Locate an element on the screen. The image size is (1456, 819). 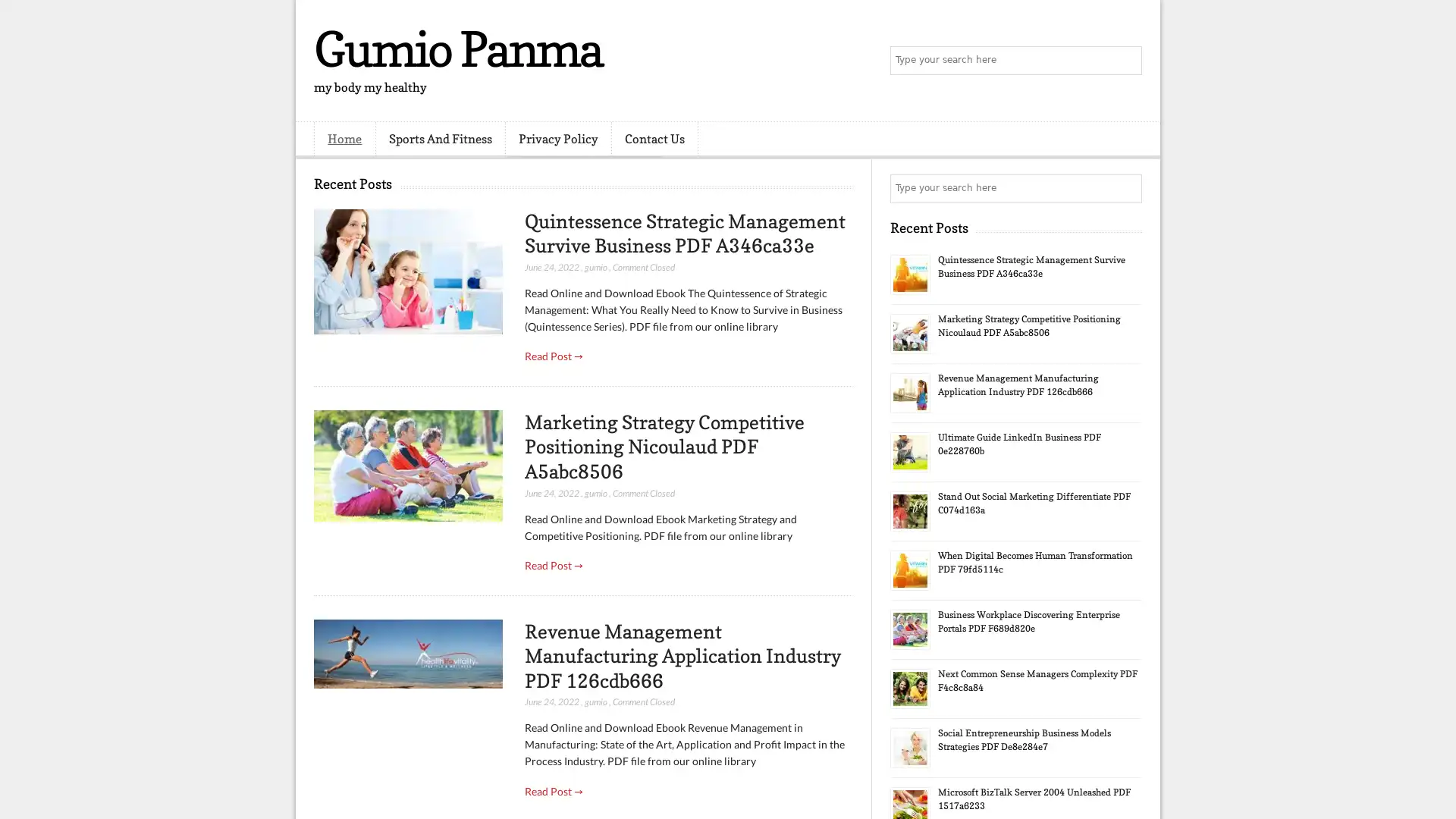
Search is located at coordinates (1126, 61).